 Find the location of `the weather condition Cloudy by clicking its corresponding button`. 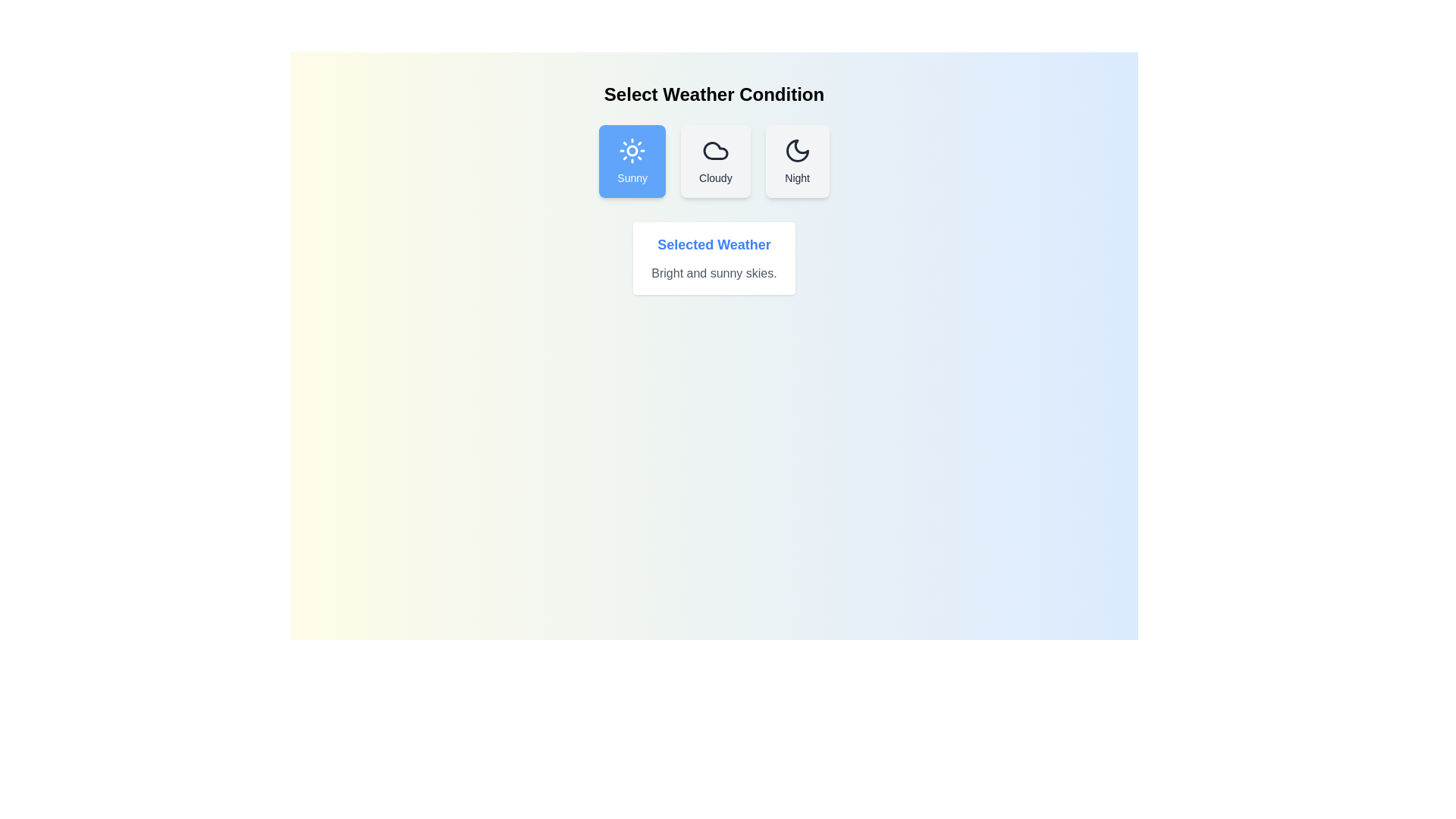

the weather condition Cloudy by clicking its corresponding button is located at coordinates (714, 161).